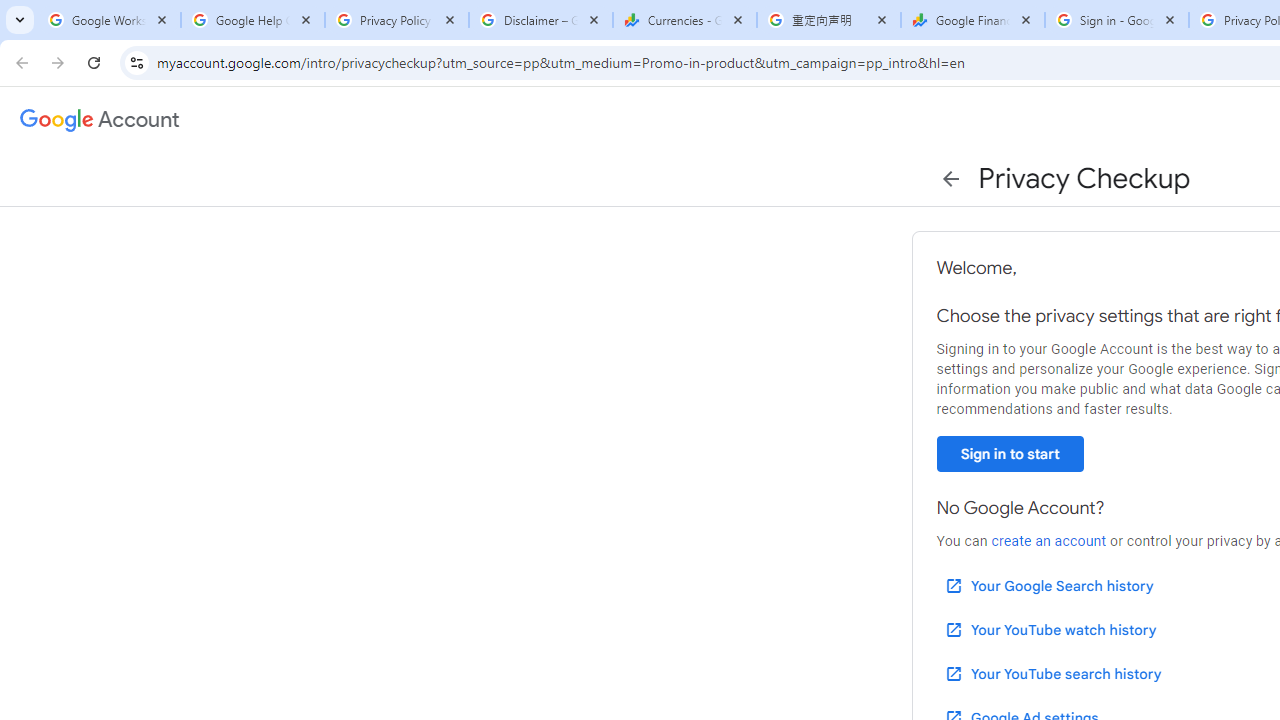 The height and width of the screenshot is (720, 1280). I want to click on 'Sign in to start', so click(1009, 454).